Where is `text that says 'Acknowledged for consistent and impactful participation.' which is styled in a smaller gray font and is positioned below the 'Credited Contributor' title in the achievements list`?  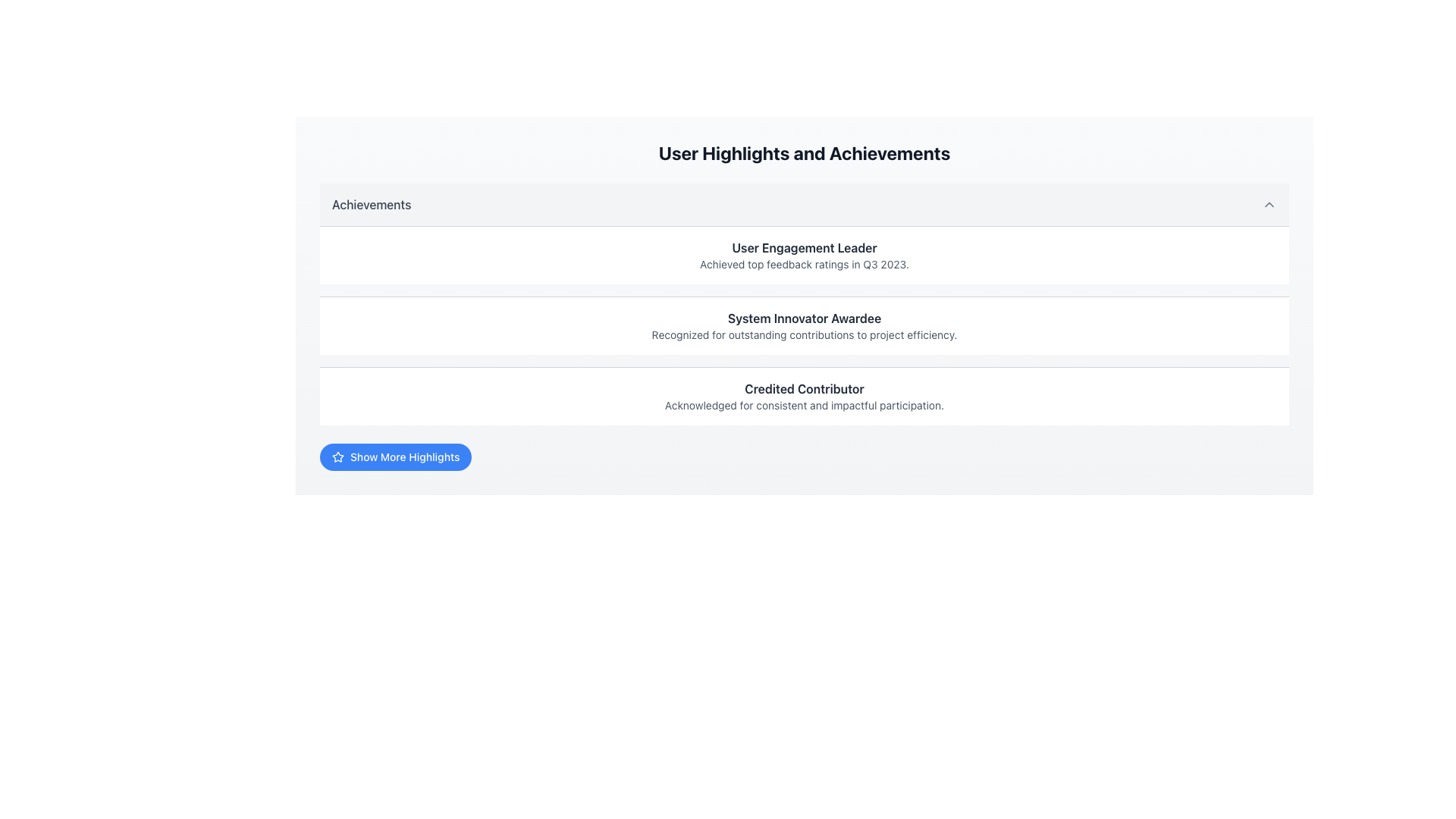
text that says 'Acknowledged for consistent and impactful participation.' which is styled in a smaller gray font and is positioned below the 'Credited Contributor' title in the achievements list is located at coordinates (803, 405).